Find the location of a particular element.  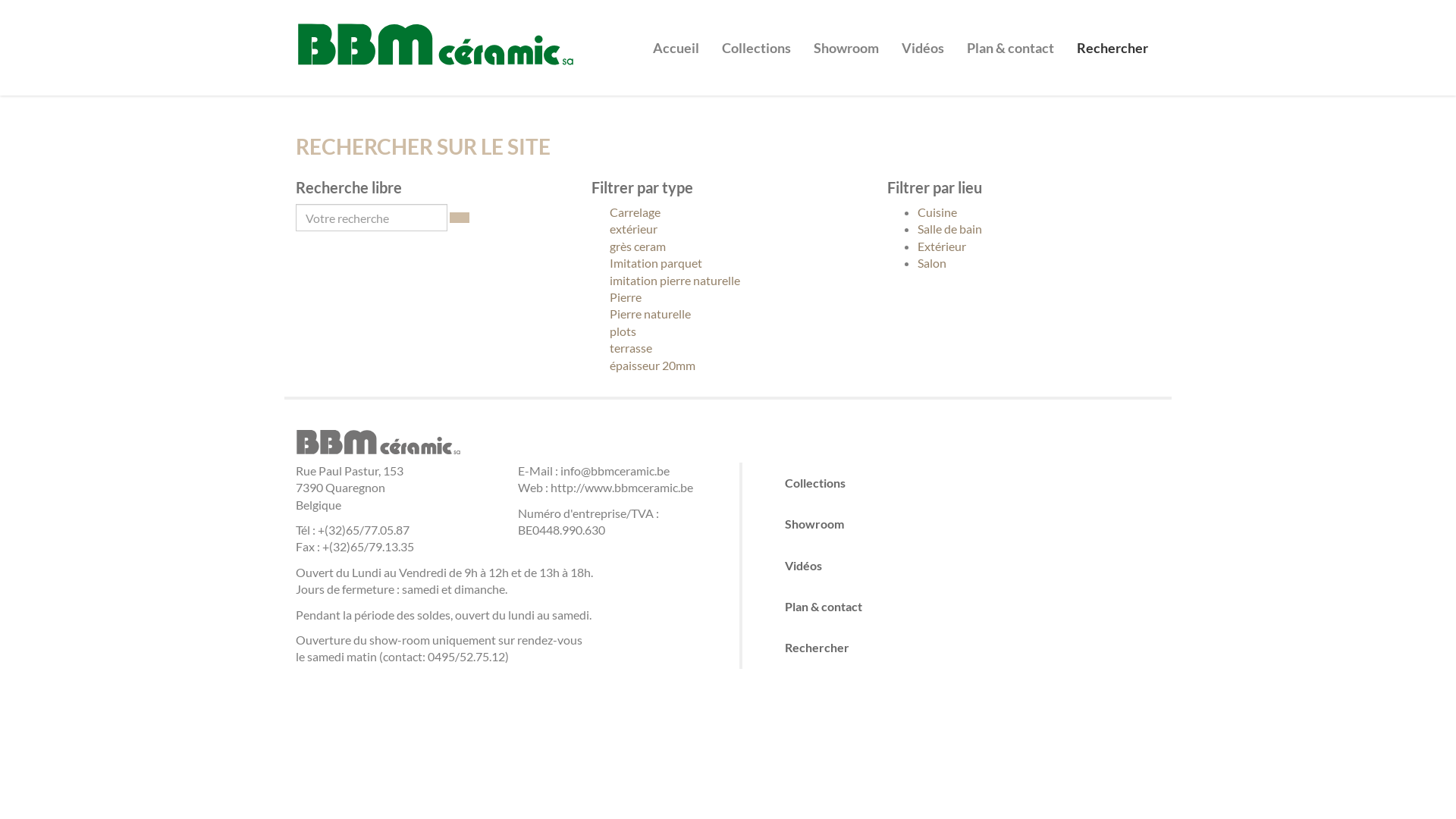

'Salon' is located at coordinates (930, 262).